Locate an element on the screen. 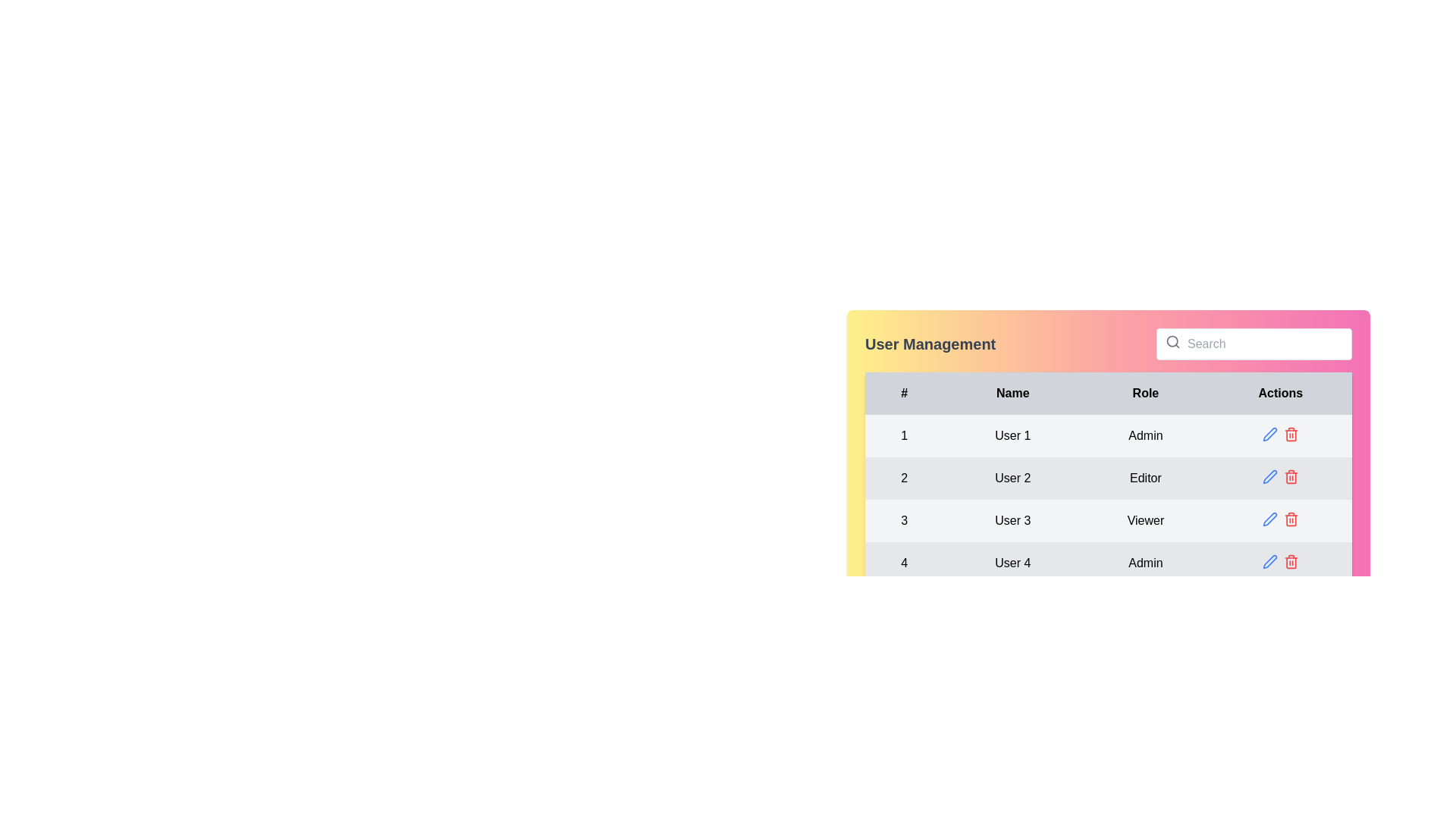 Image resolution: width=1456 pixels, height=819 pixels. the circular icon within the search SVG icon, which represents the inner part of the magnifying glass is located at coordinates (1172, 341).